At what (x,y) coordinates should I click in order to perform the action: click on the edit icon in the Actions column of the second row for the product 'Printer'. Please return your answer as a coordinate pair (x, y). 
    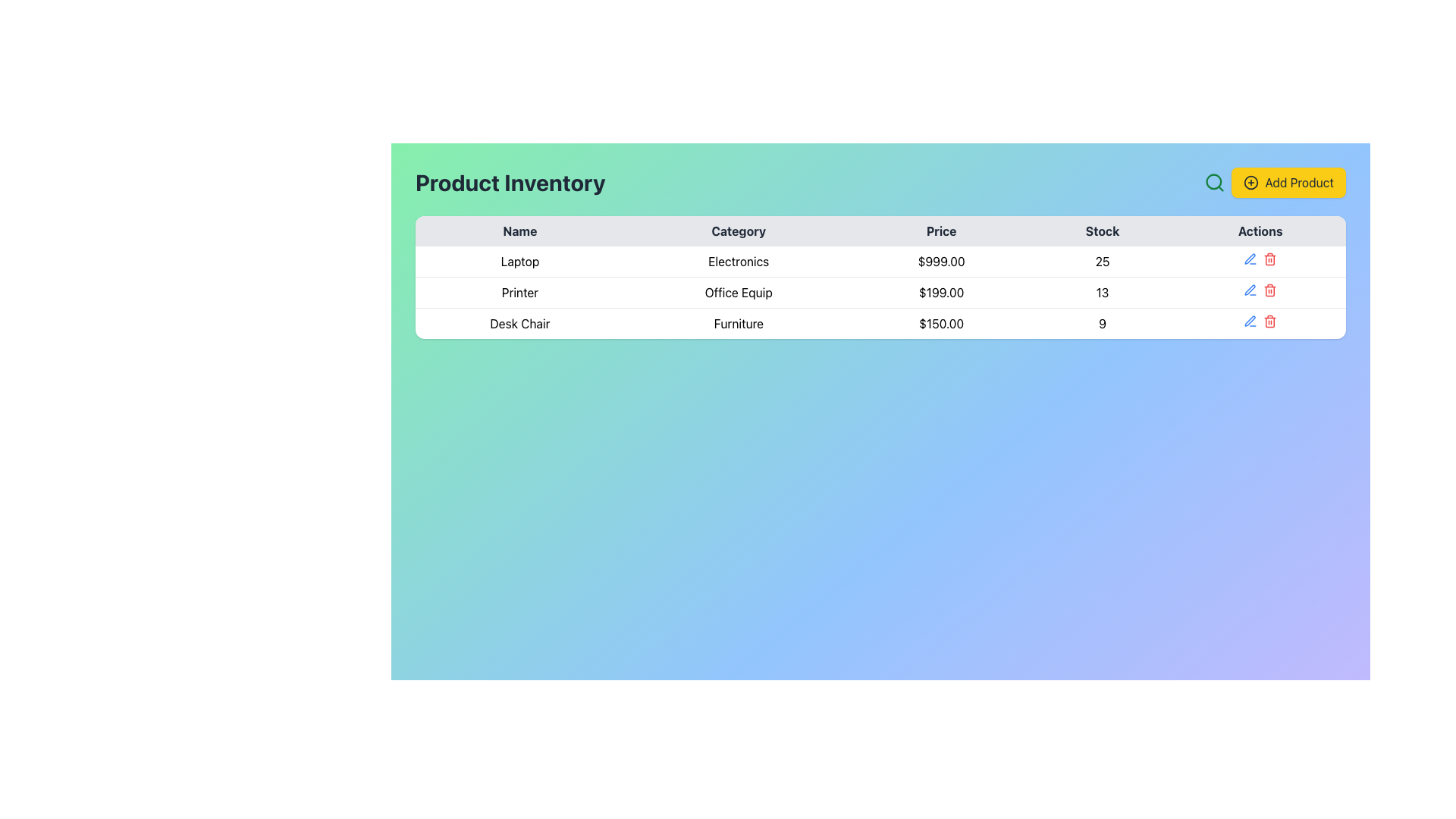
    Looking at the image, I should click on (1250, 290).